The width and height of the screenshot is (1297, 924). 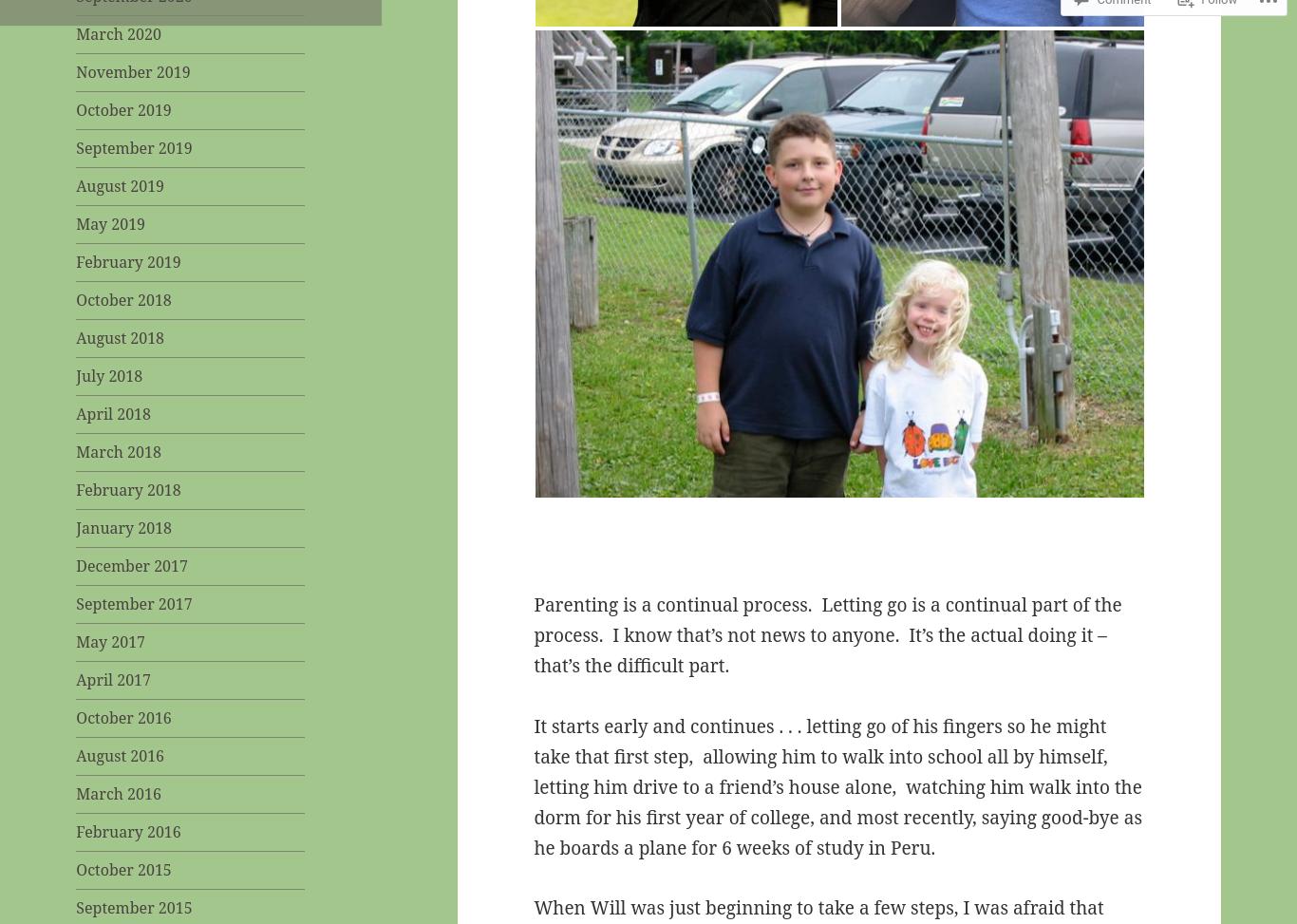 I want to click on 'October 2016', so click(x=122, y=718).